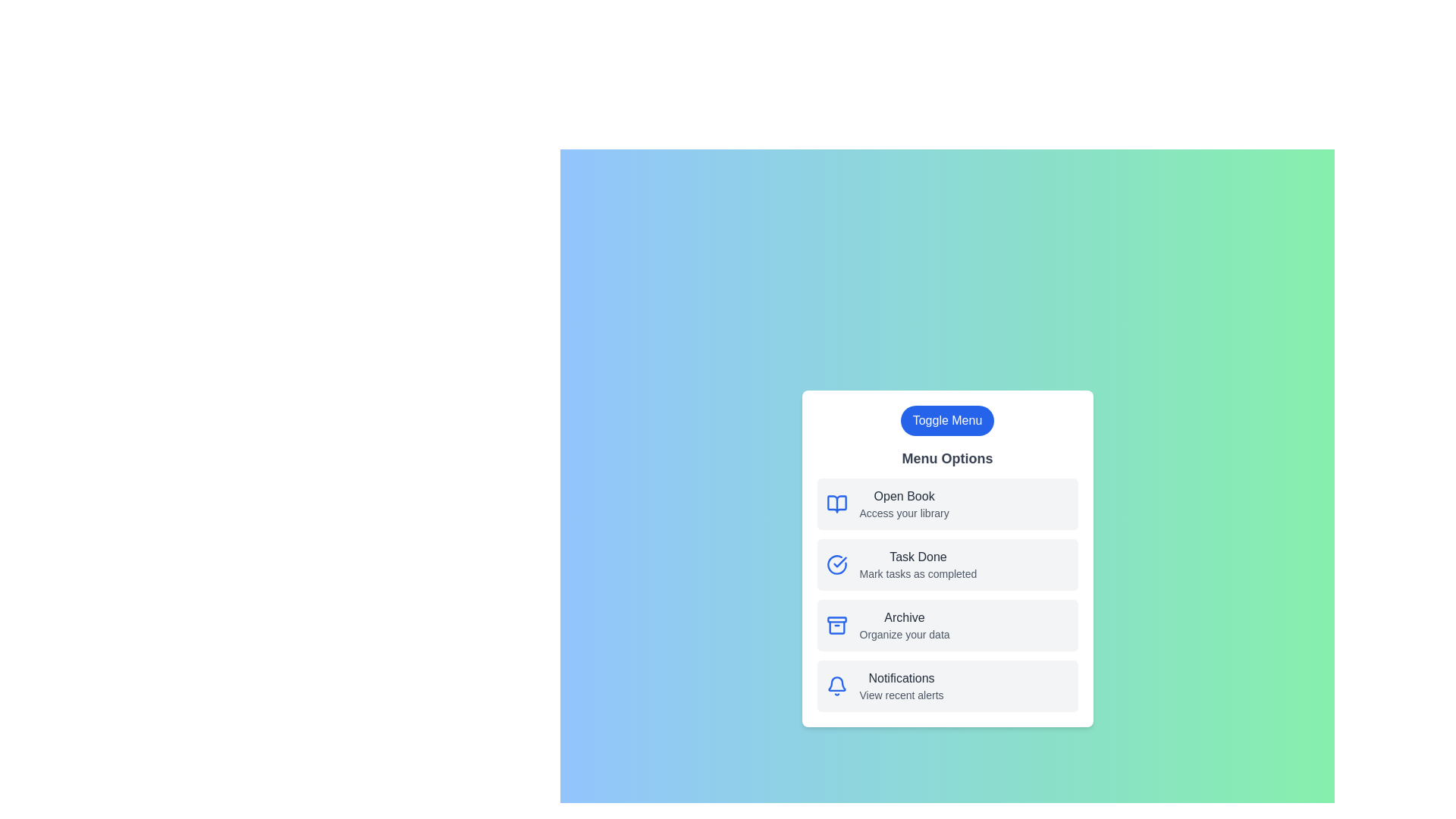 This screenshot has height=819, width=1456. What do you see at coordinates (917, 557) in the screenshot?
I see `the 'Task Done' menu item to mark tasks as completed` at bounding box center [917, 557].